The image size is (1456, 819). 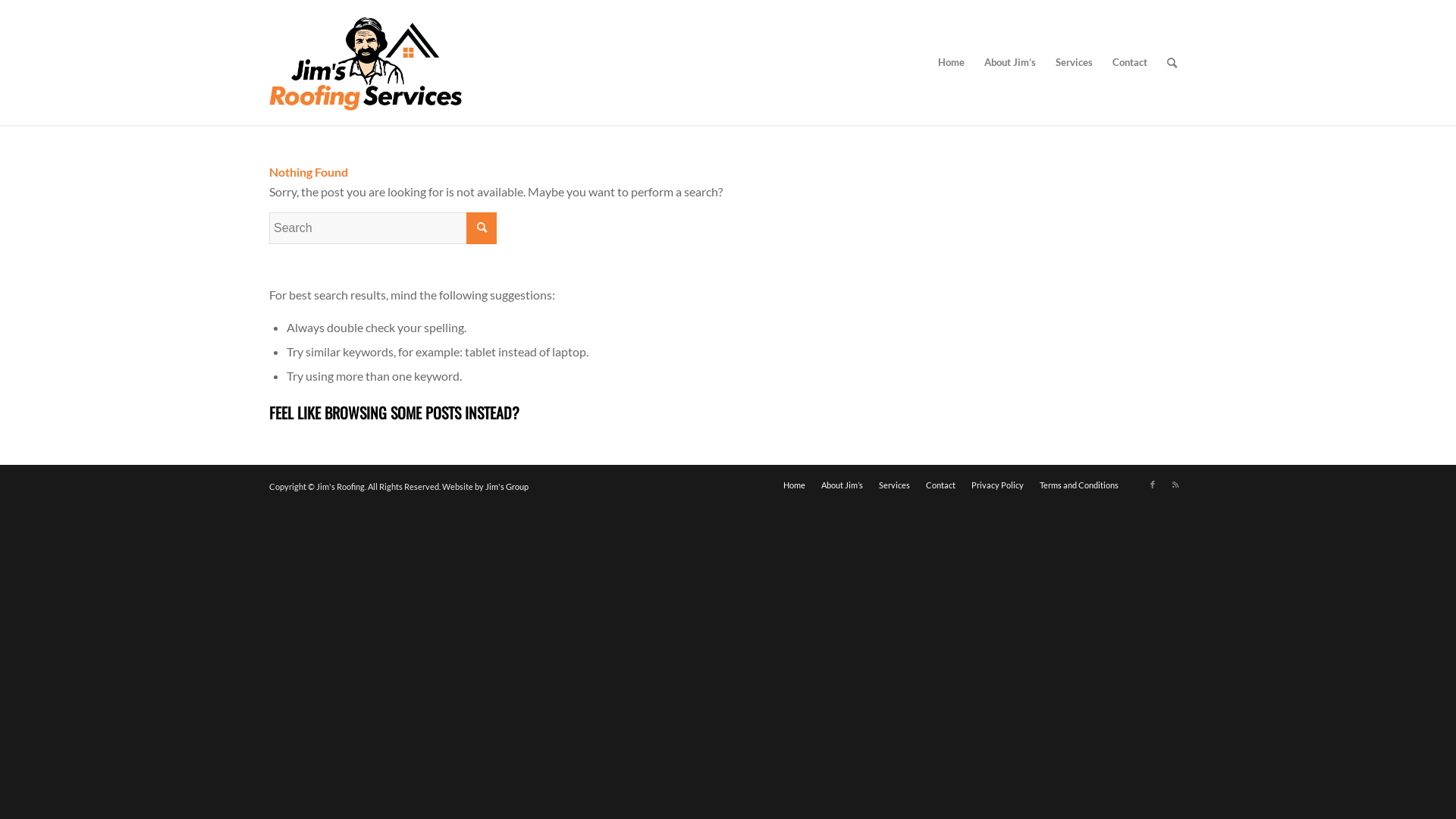 What do you see at coordinates (997, 485) in the screenshot?
I see `'Privacy Policy'` at bounding box center [997, 485].